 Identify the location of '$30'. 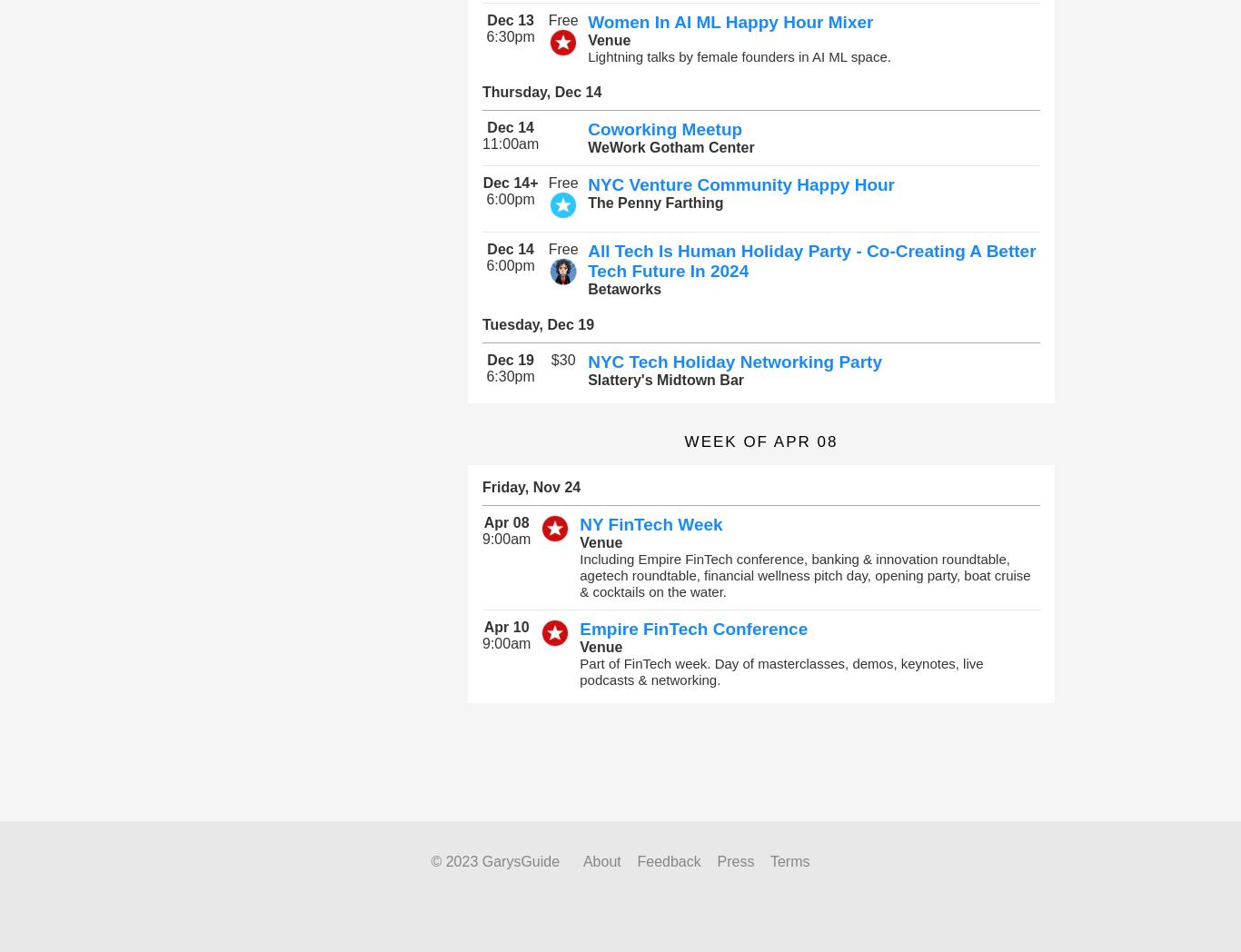
(561, 360).